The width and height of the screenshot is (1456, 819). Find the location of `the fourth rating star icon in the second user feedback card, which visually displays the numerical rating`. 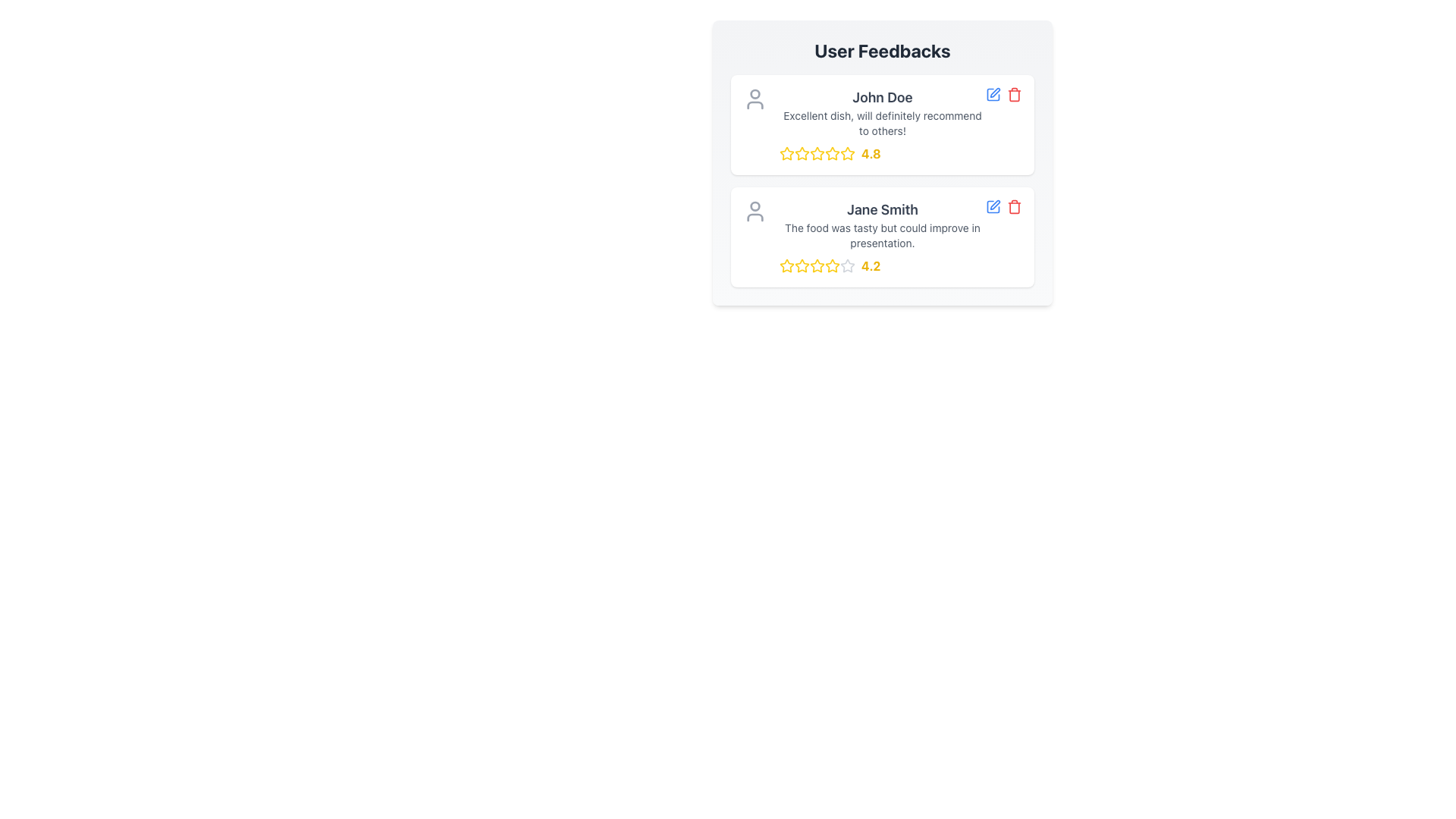

the fourth rating star icon in the second user feedback card, which visually displays the numerical rating is located at coordinates (832, 265).